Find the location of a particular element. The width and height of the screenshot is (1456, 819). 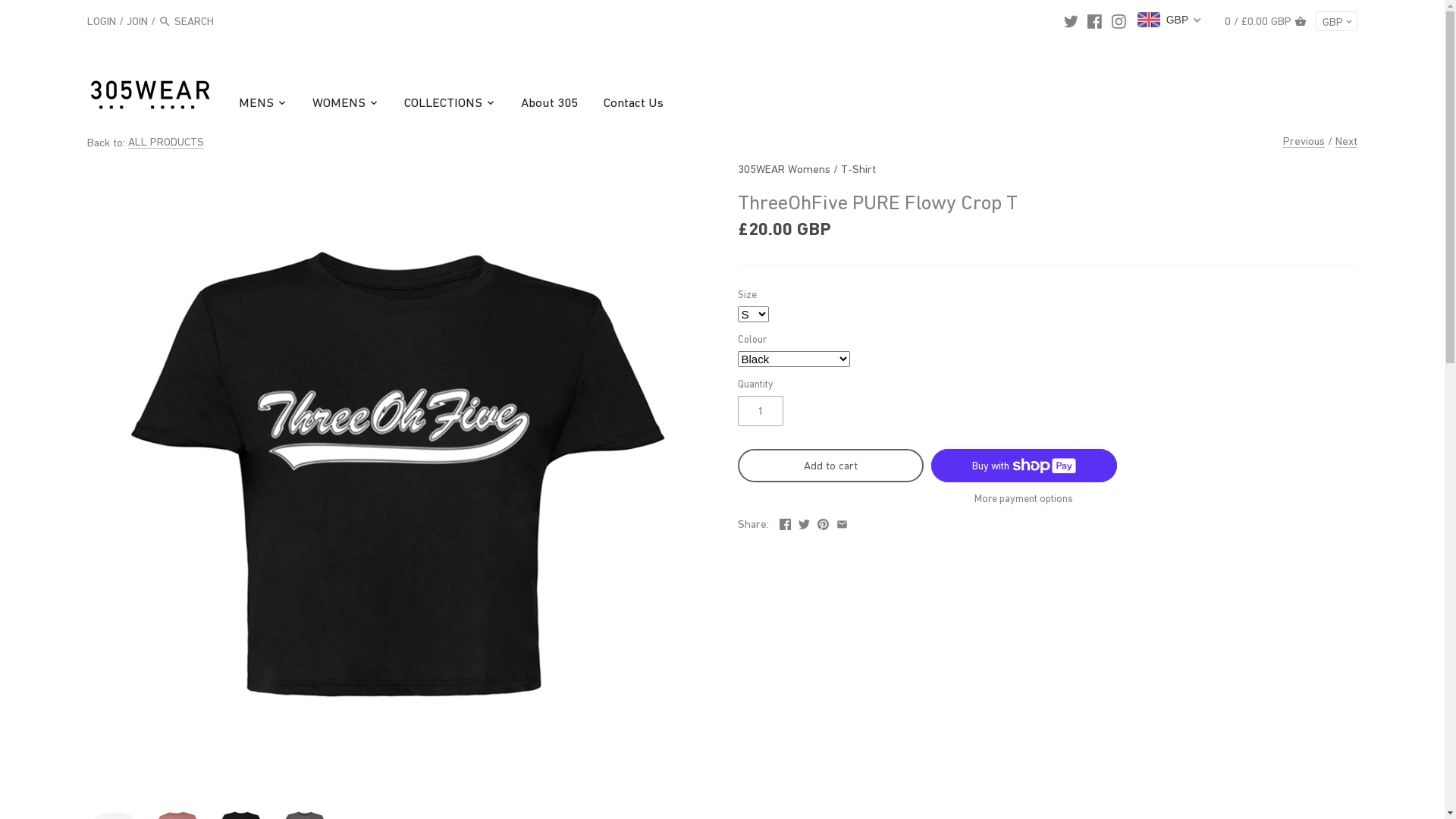

'MENS' is located at coordinates (238, 104).